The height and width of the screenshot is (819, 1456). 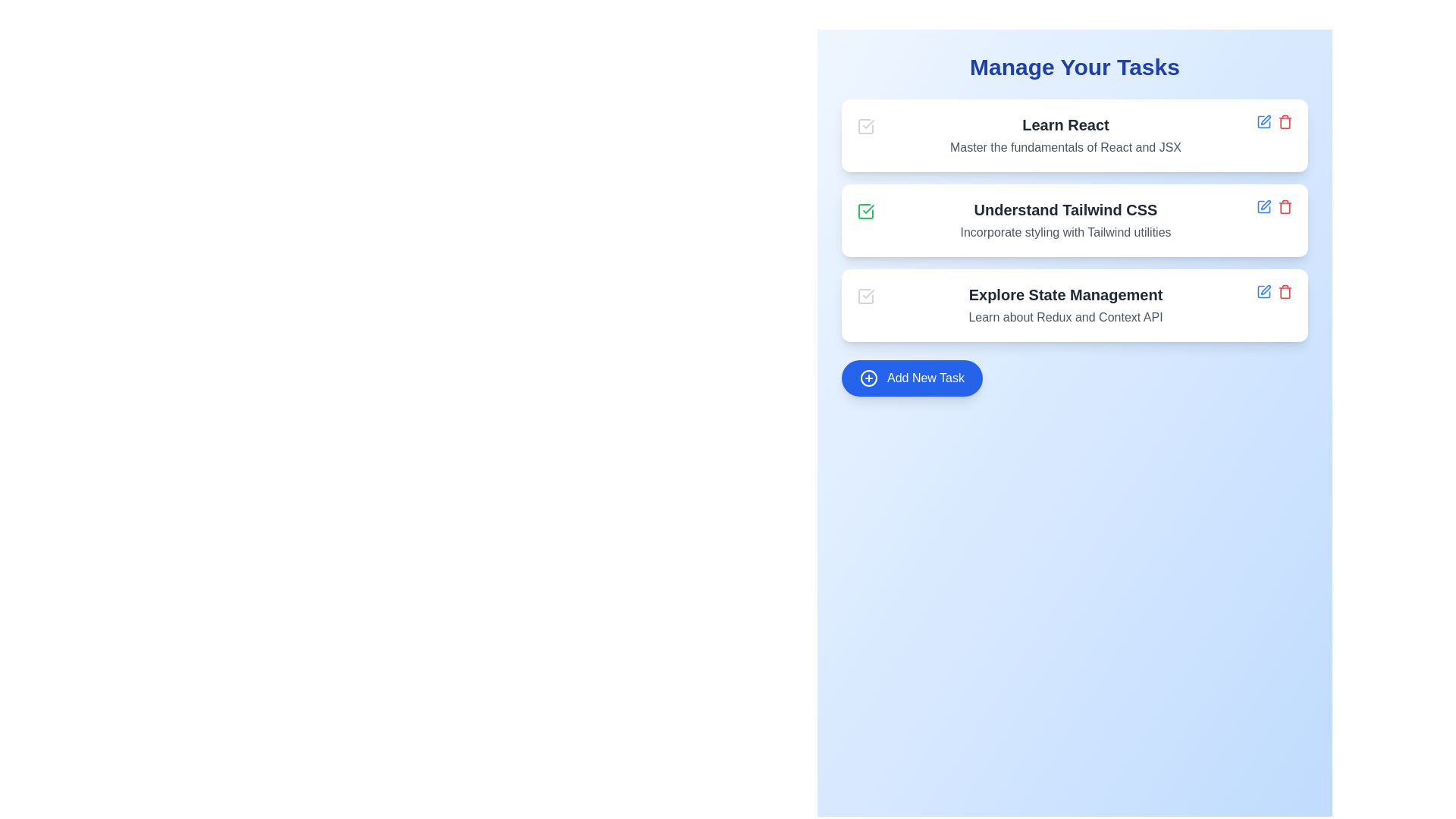 What do you see at coordinates (1266, 290) in the screenshot?
I see `the action icon styled as an SVG, located to the top-right of the 'Explore State Management' list entry` at bounding box center [1266, 290].